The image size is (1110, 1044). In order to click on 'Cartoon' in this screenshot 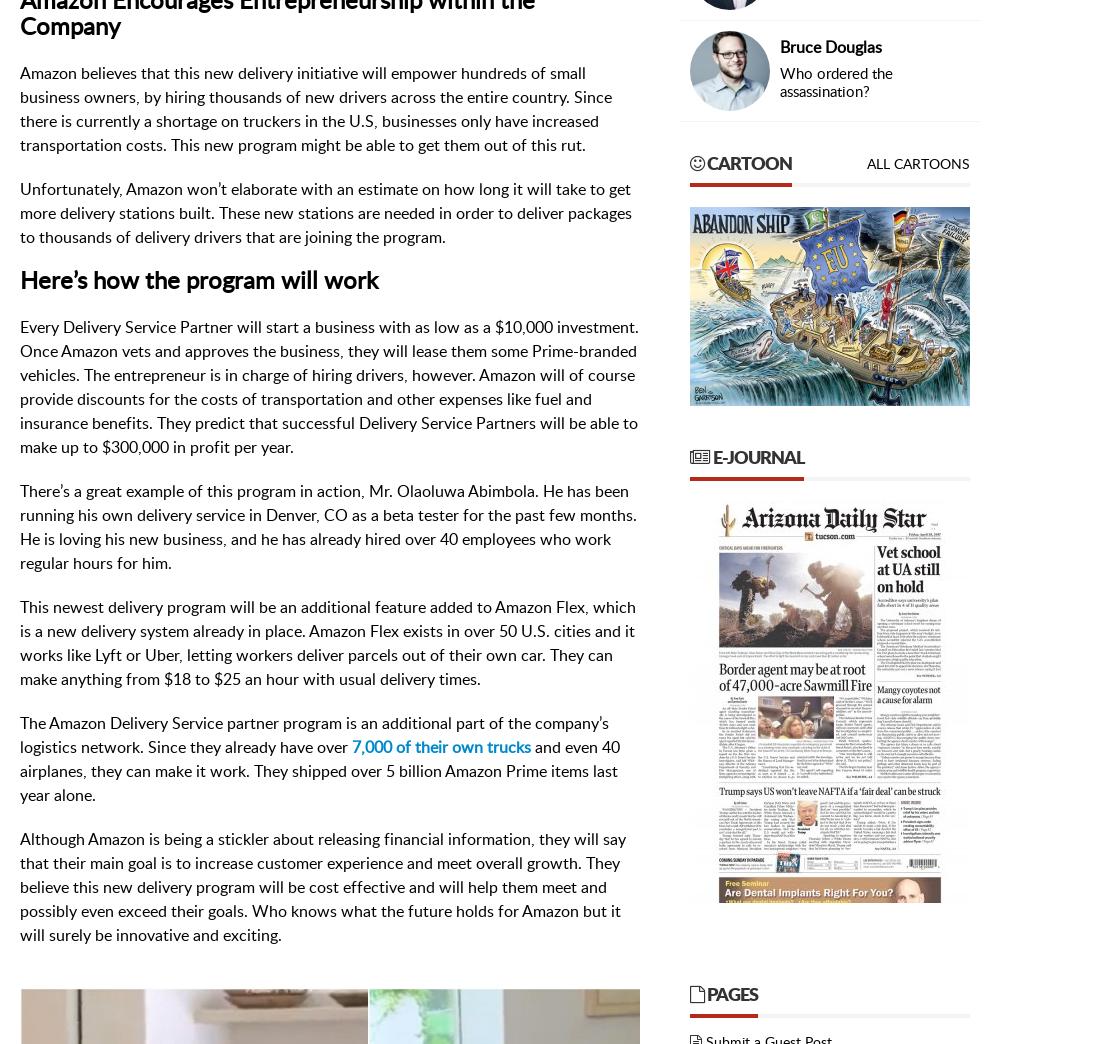, I will do `click(747, 163)`.